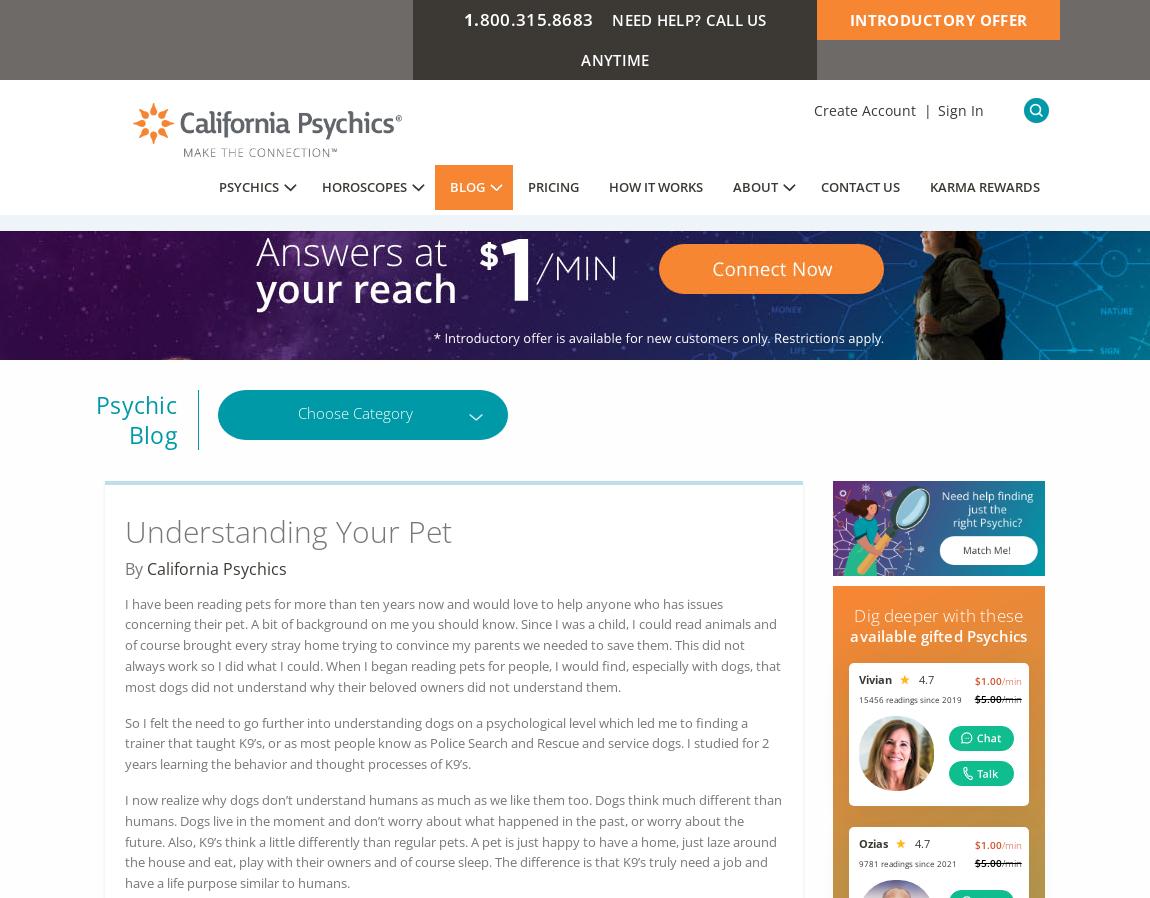 This screenshot has width=1150, height=898. What do you see at coordinates (216, 566) in the screenshot?
I see `'California Psychics'` at bounding box center [216, 566].